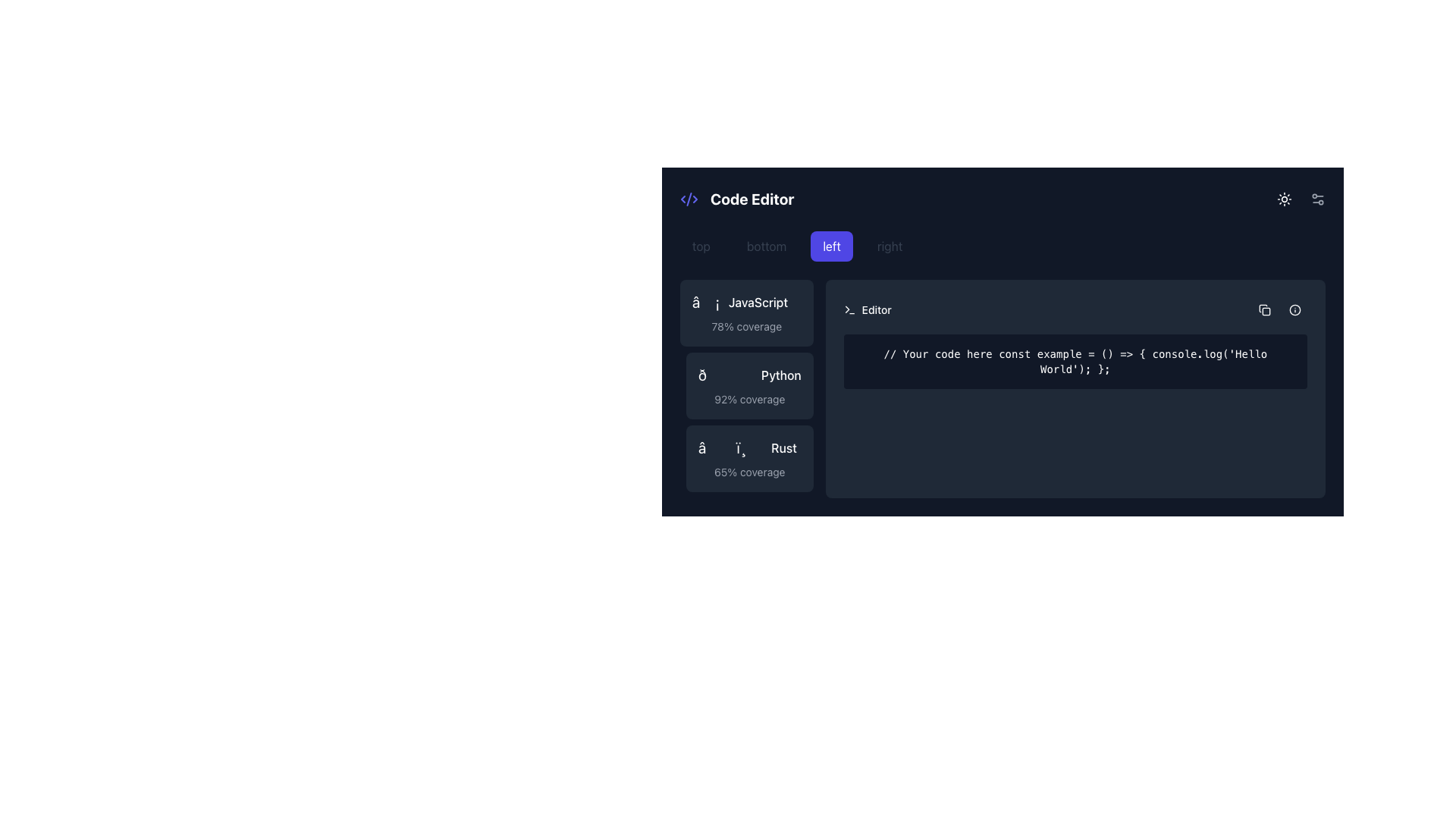  I want to click on the compact indigo code bracket icon located at the top-left corner of the Code Editor section, so click(688, 198).